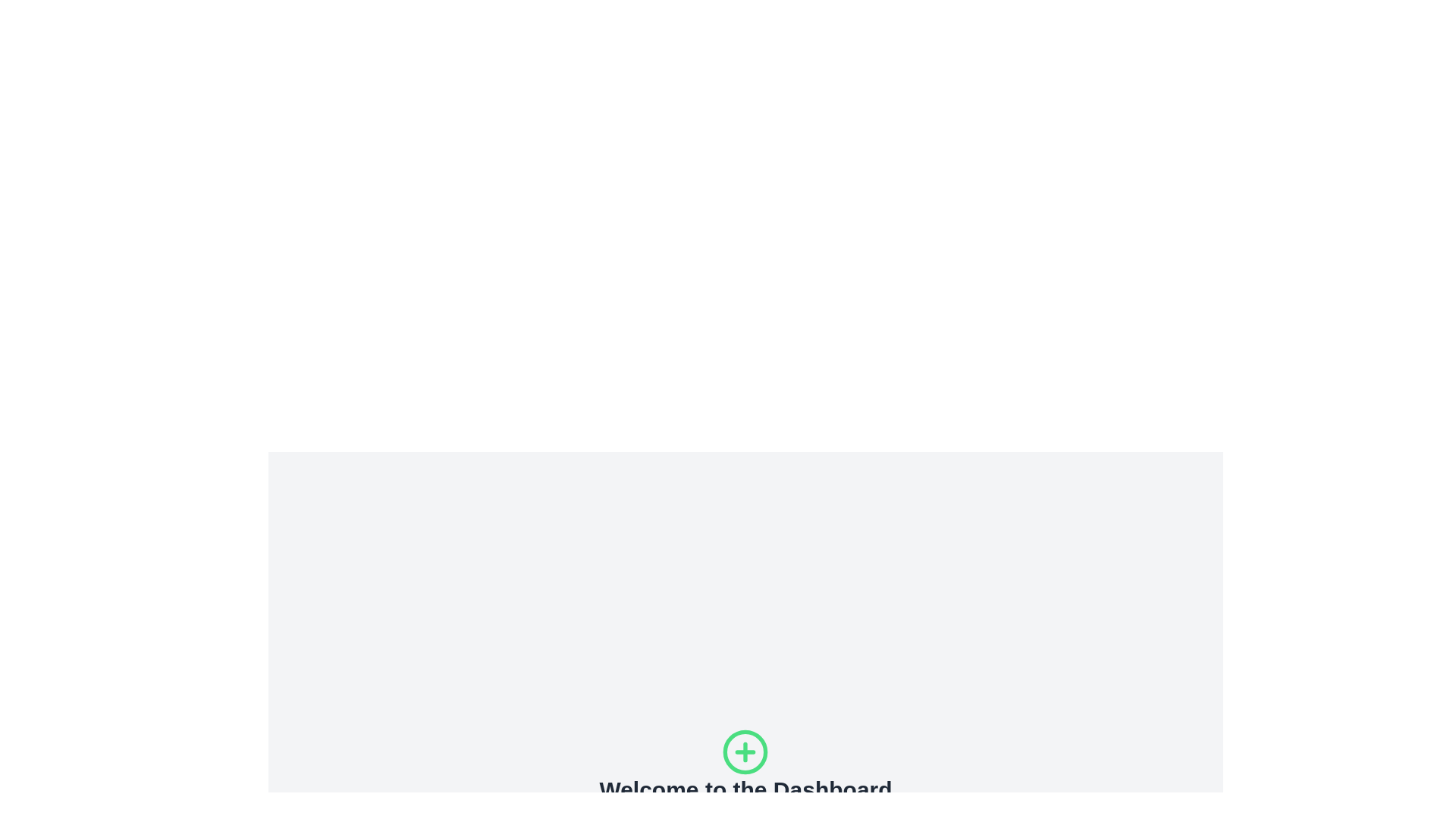 The width and height of the screenshot is (1456, 819). Describe the element at coordinates (745, 752) in the screenshot. I see `the Circle Button with Plus Icon, which has a green outline and a plus sign in the center, to initiate an action` at that location.